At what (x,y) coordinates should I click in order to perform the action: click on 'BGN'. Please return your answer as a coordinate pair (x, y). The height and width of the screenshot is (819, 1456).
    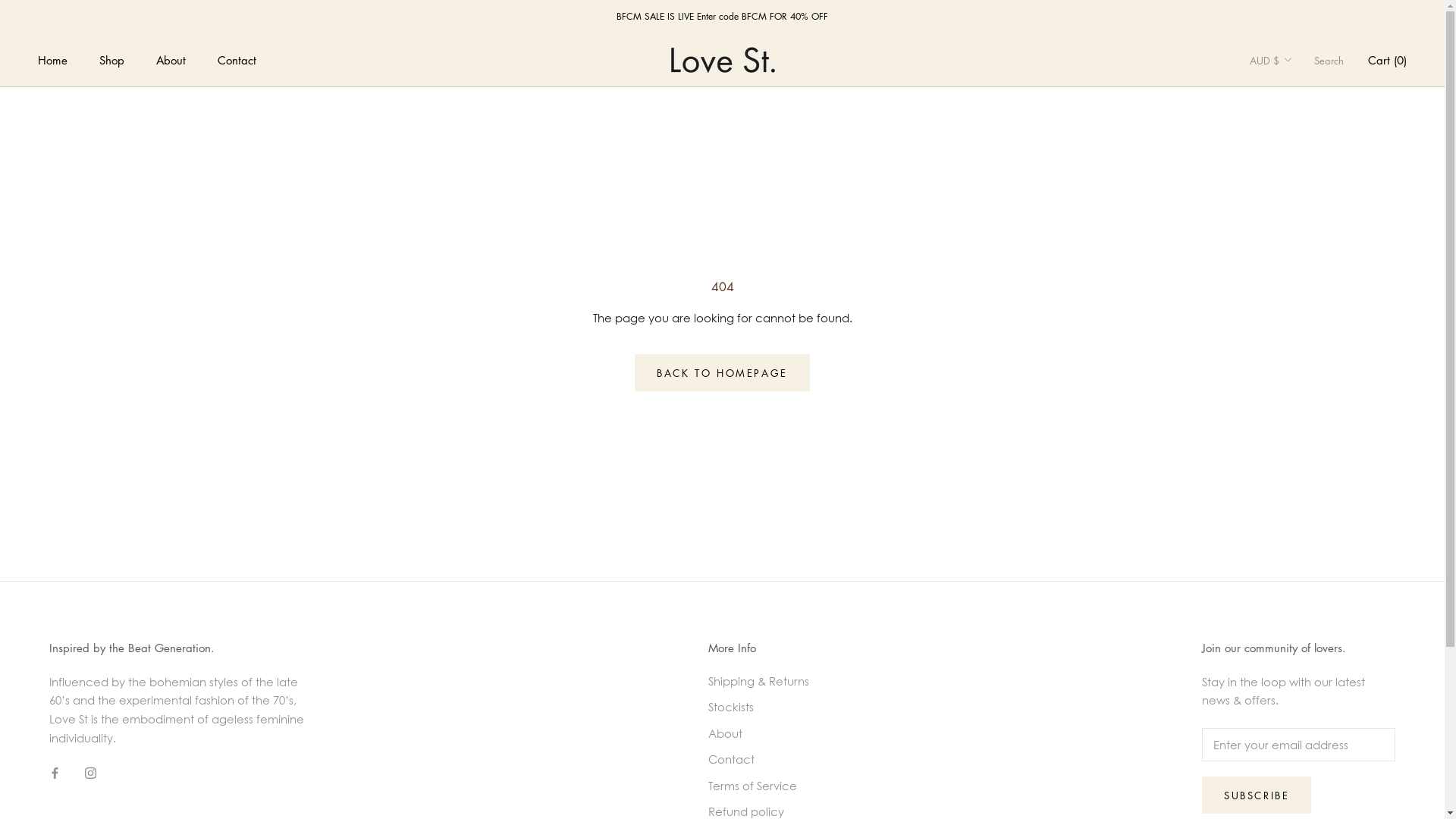
    Looking at the image, I should click on (1294, 357).